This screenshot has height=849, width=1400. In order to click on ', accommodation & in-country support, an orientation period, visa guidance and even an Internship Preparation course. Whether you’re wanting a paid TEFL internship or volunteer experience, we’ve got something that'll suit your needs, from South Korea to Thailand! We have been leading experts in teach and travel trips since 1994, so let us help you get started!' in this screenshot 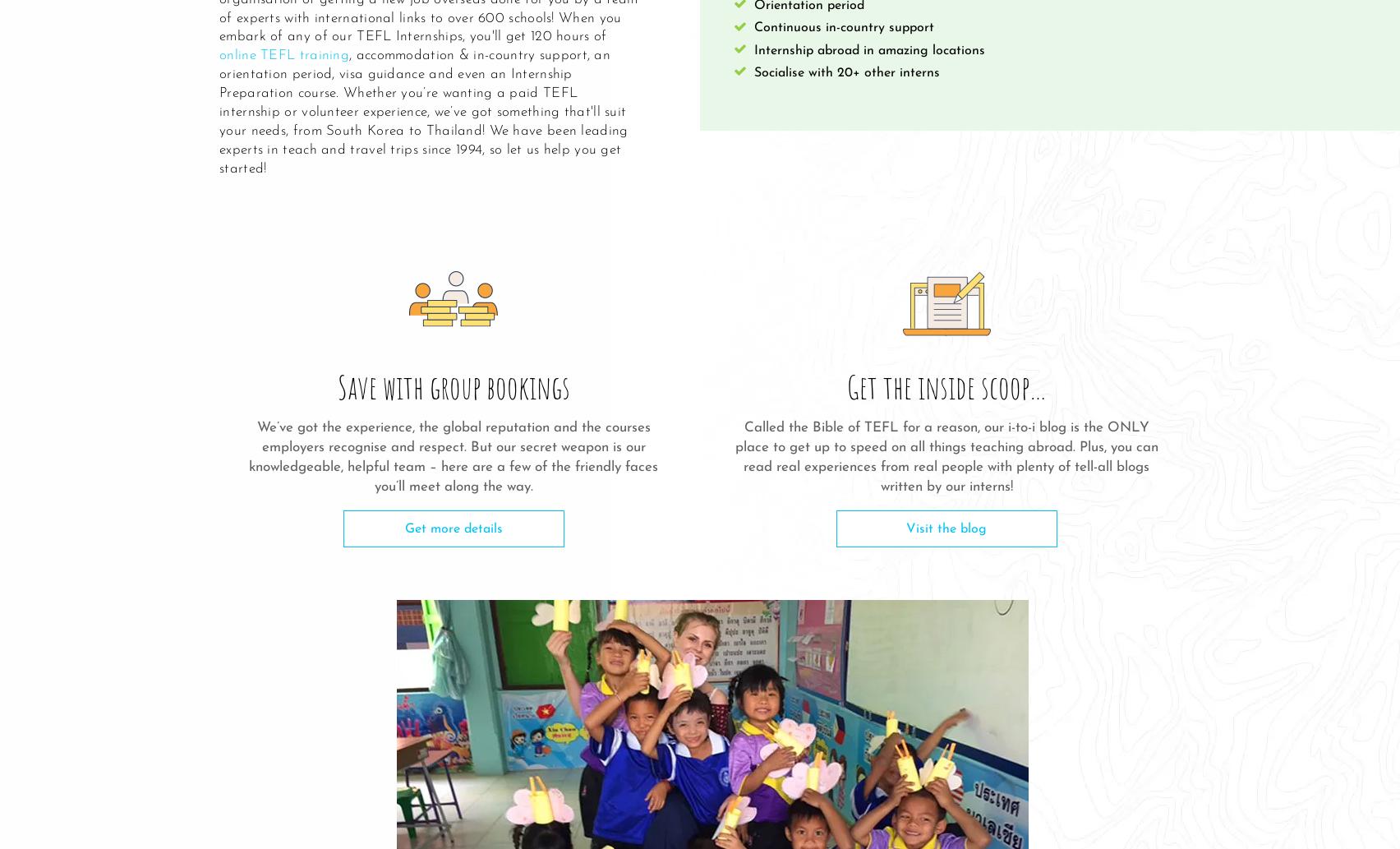, I will do `click(423, 112)`.